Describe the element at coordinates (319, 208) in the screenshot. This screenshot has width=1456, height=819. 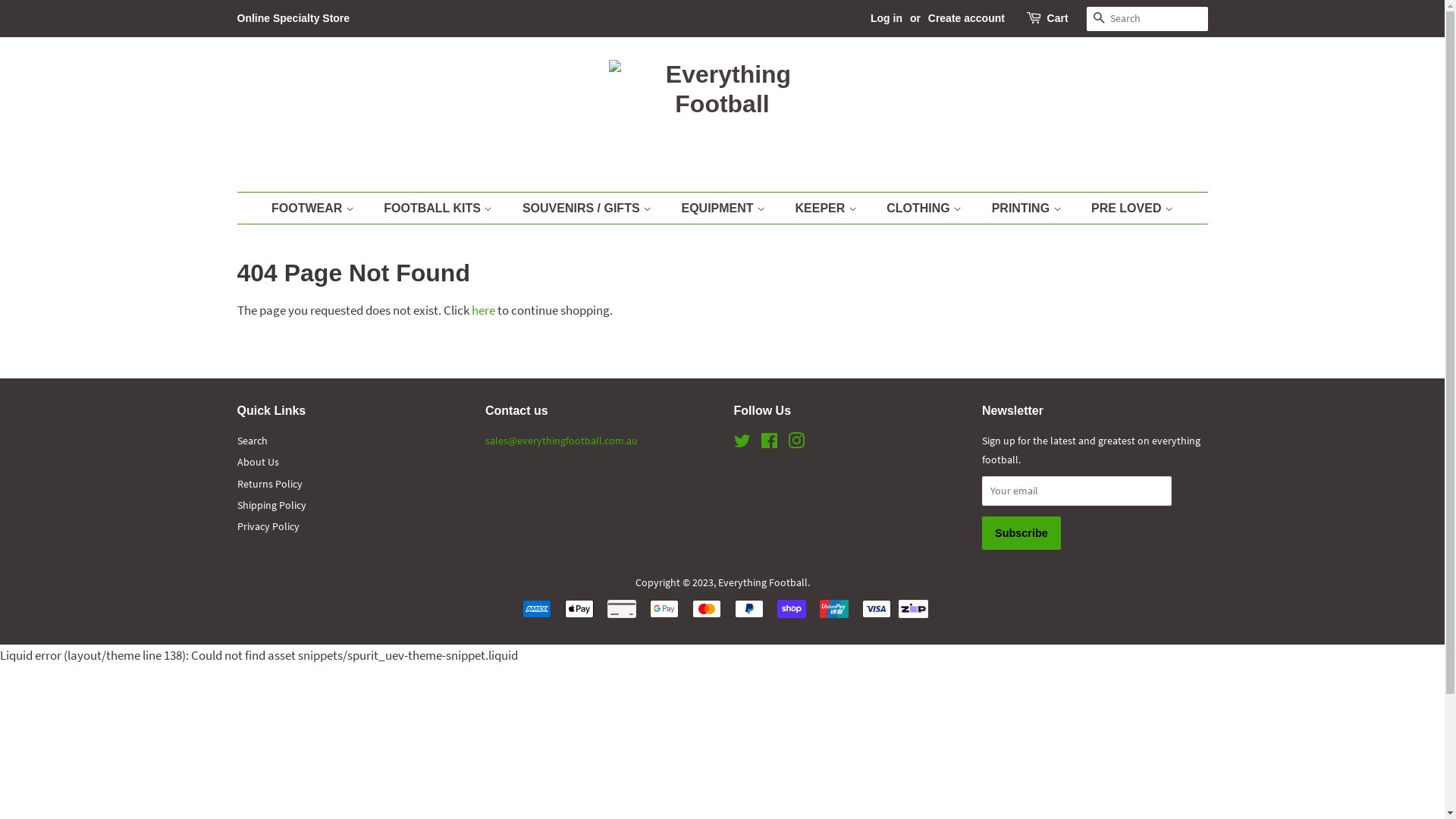
I see `'FOOTWEAR'` at that location.